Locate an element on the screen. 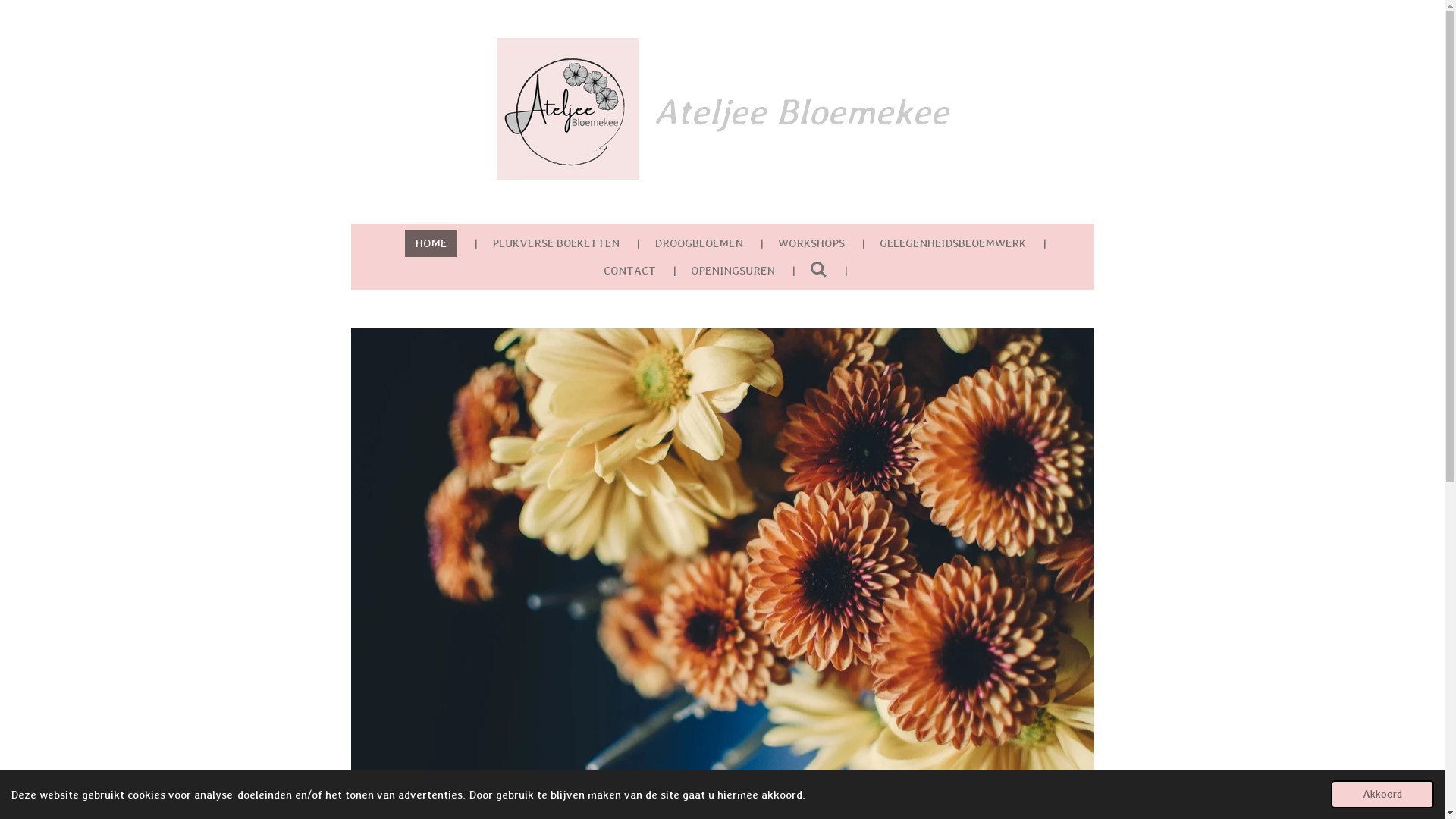  'Ateljee Bloemekee' is located at coordinates (566, 108).